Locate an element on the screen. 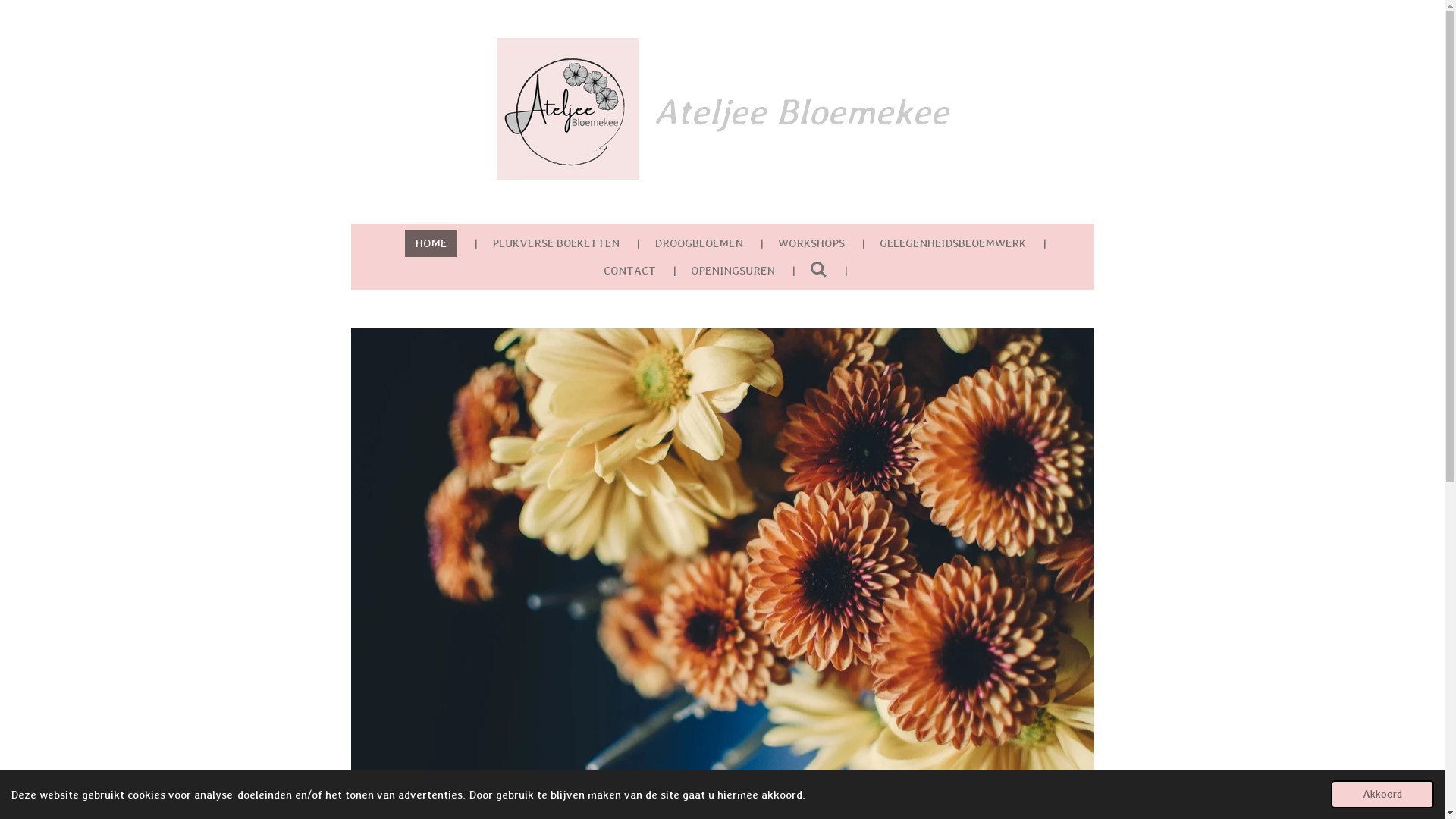  'Ateljee Bloemekee' is located at coordinates (566, 108).